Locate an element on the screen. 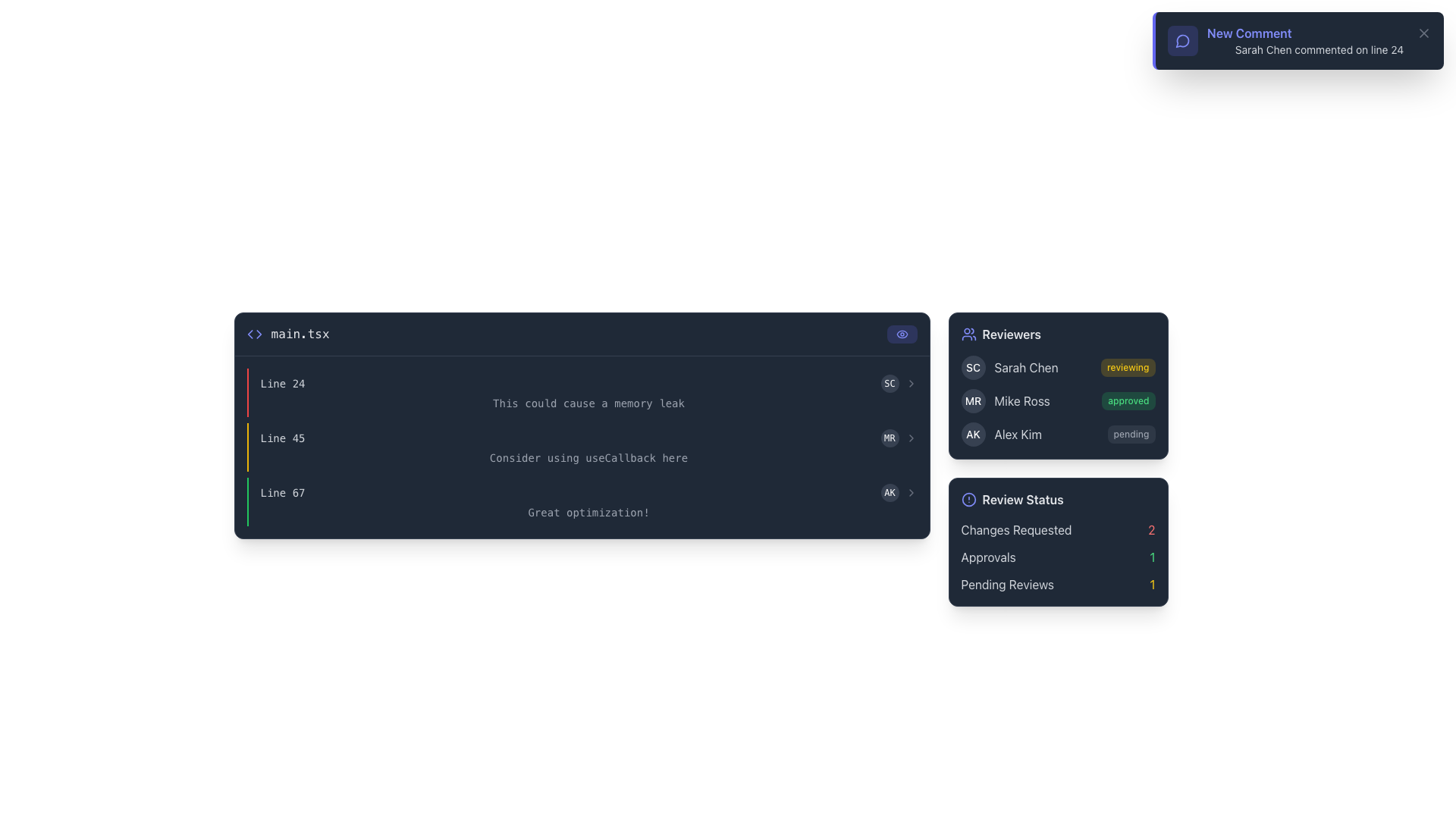 This screenshot has height=819, width=1456. the text element displaying 'This could cause a memory leak' located below 'Line 24' in the code review interface is located at coordinates (588, 403).